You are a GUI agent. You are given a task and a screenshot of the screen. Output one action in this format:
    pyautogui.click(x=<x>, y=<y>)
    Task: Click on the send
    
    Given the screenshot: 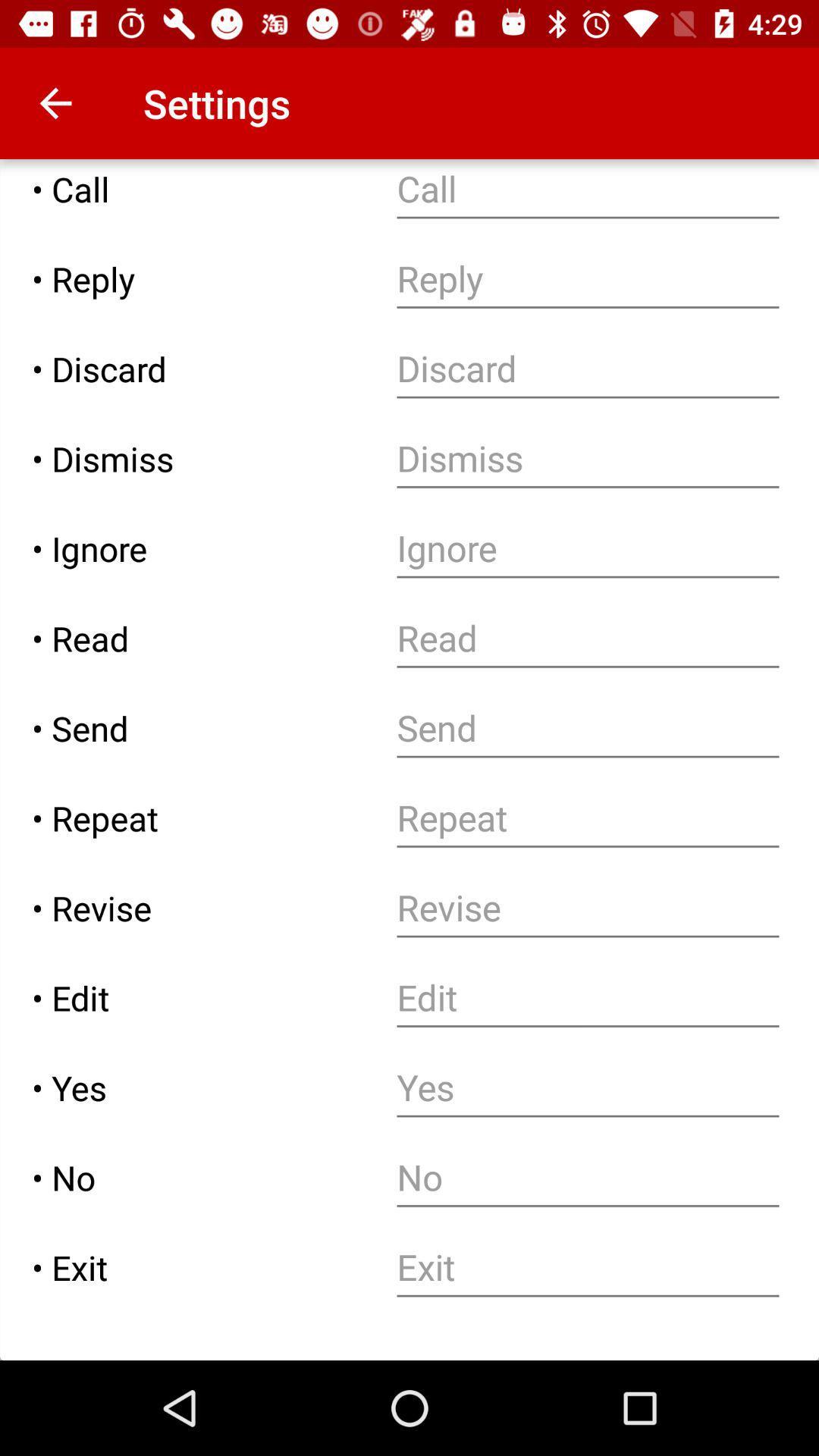 What is the action you would take?
    pyautogui.click(x=587, y=728)
    